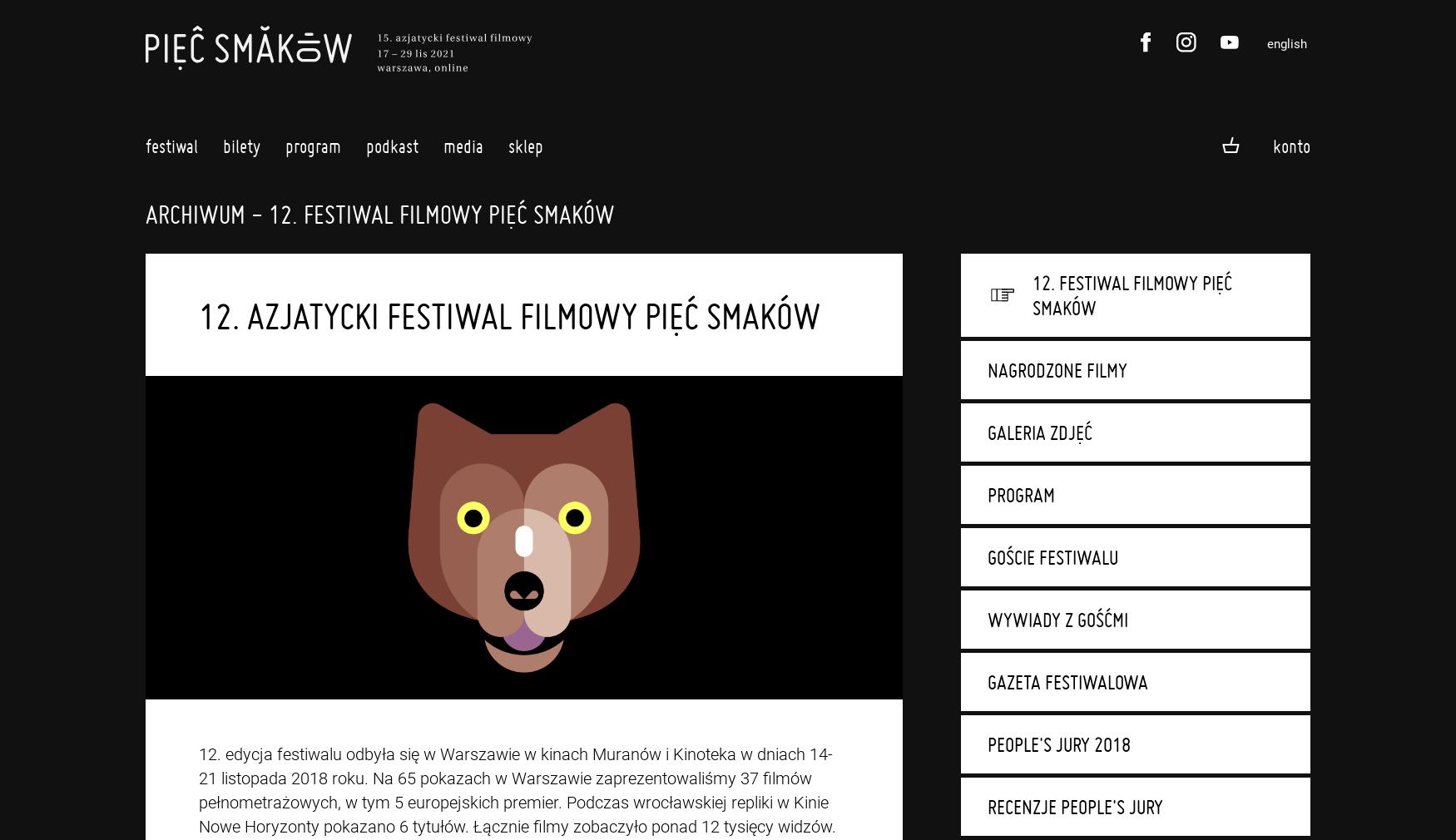  I want to click on 'People's Jury 2018', so click(987, 744).